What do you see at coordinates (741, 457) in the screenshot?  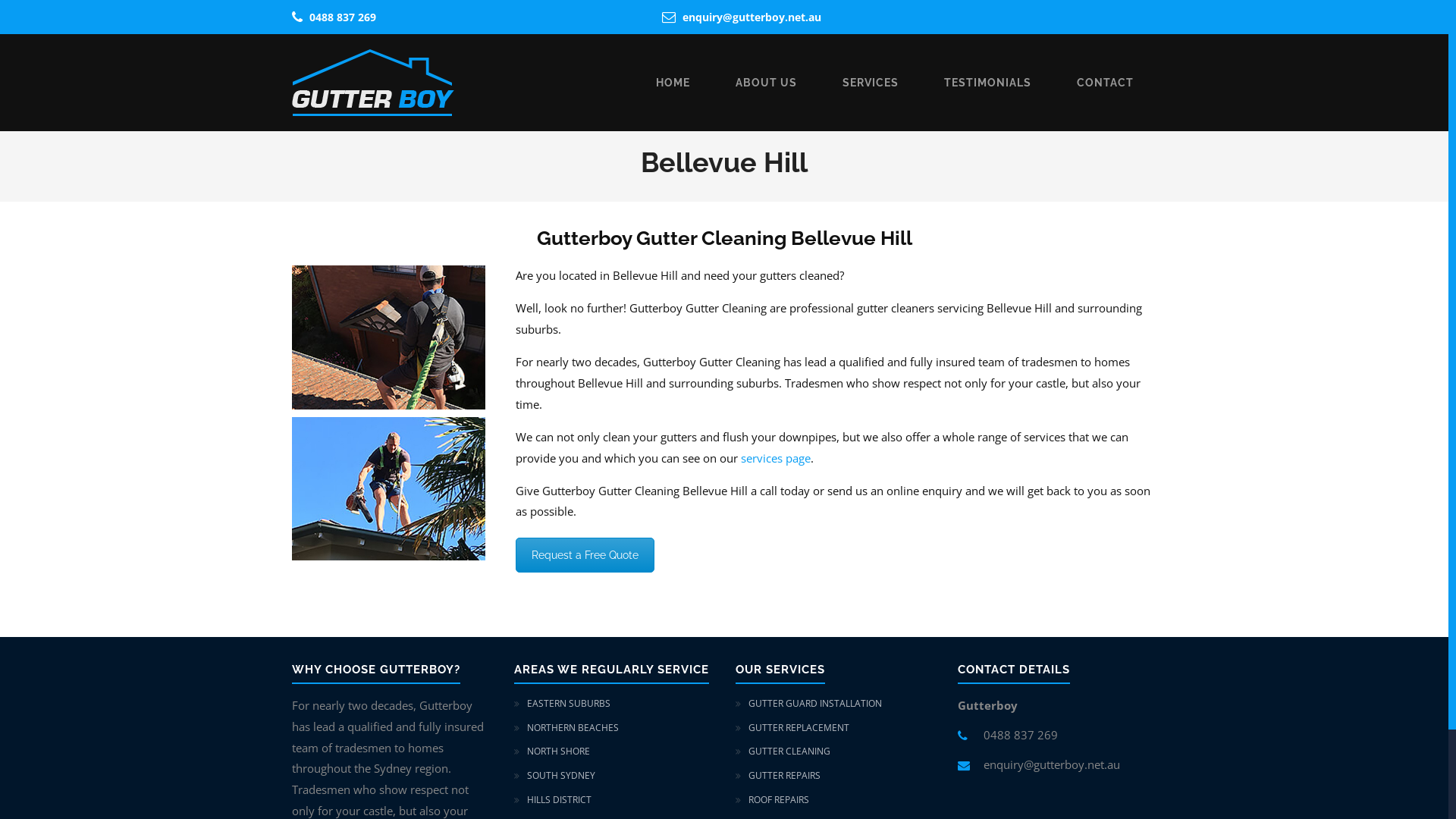 I see `'services page'` at bounding box center [741, 457].